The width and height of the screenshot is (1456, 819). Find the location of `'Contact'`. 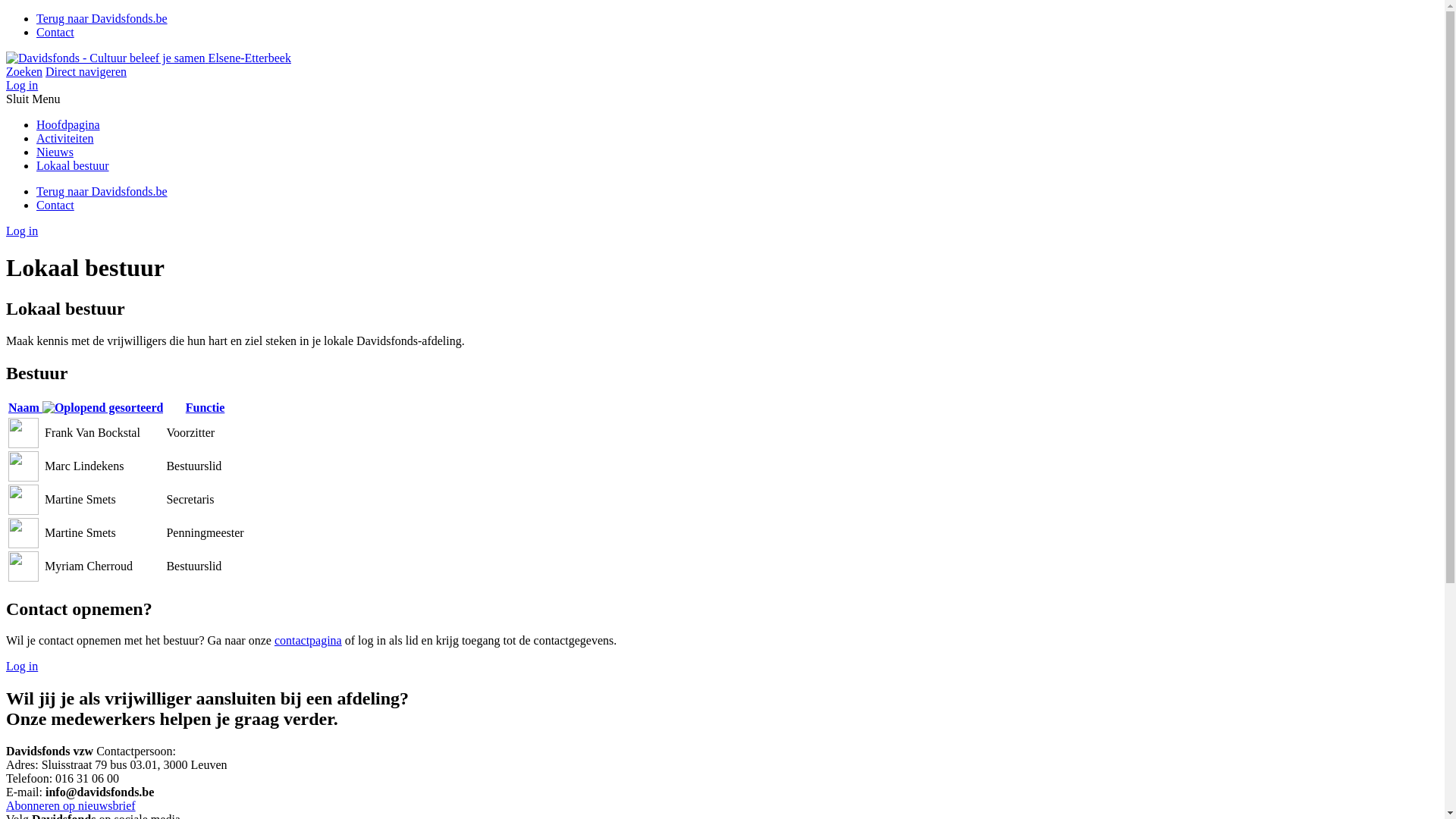

'Contact' is located at coordinates (55, 32).